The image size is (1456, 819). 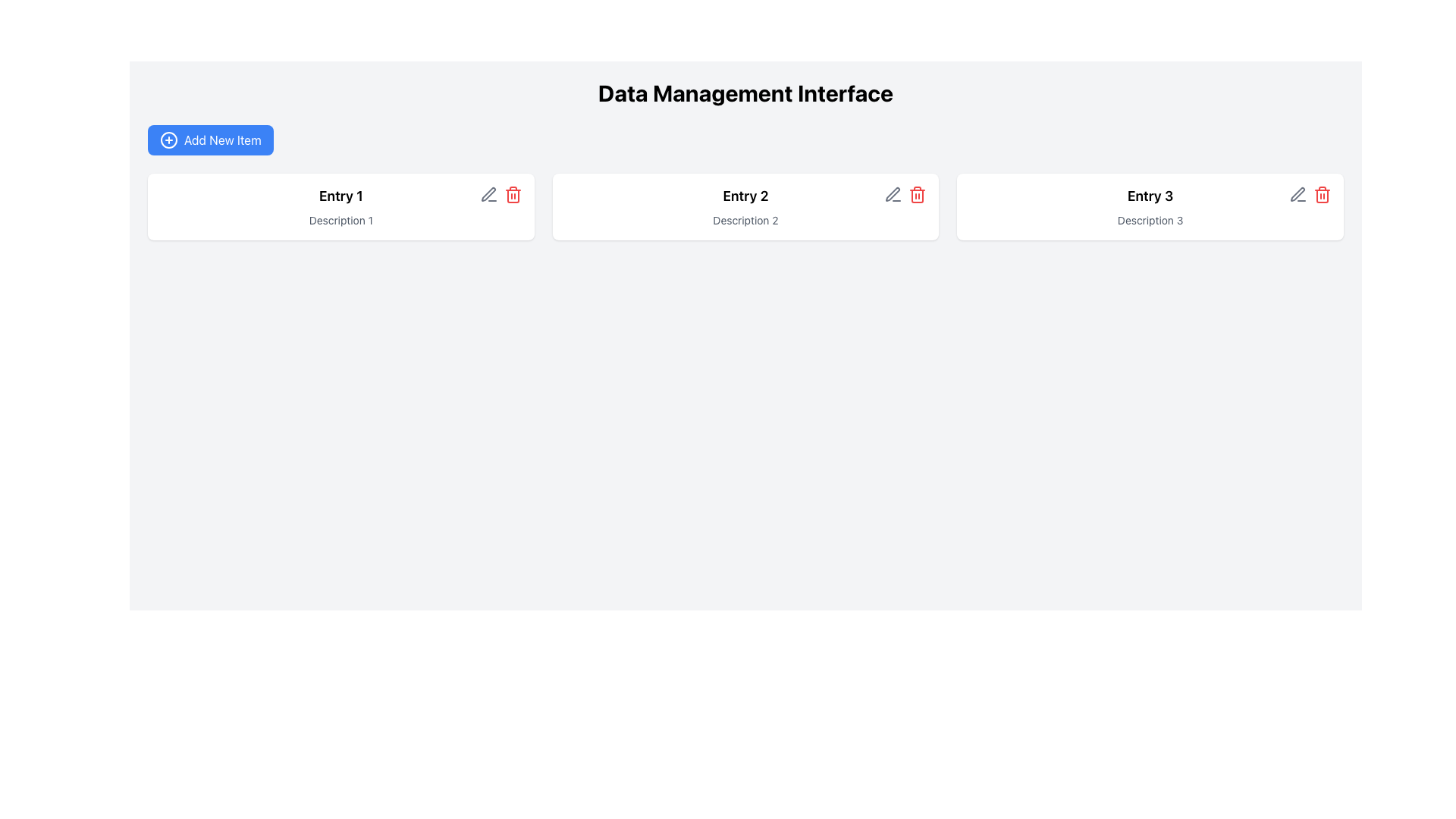 I want to click on the text label displaying 'Description 1', which is styled in gray and positioned beneath the bold title 'Entry 1' in the first card of a horizontally aligned list, so click(x=340, y=220).